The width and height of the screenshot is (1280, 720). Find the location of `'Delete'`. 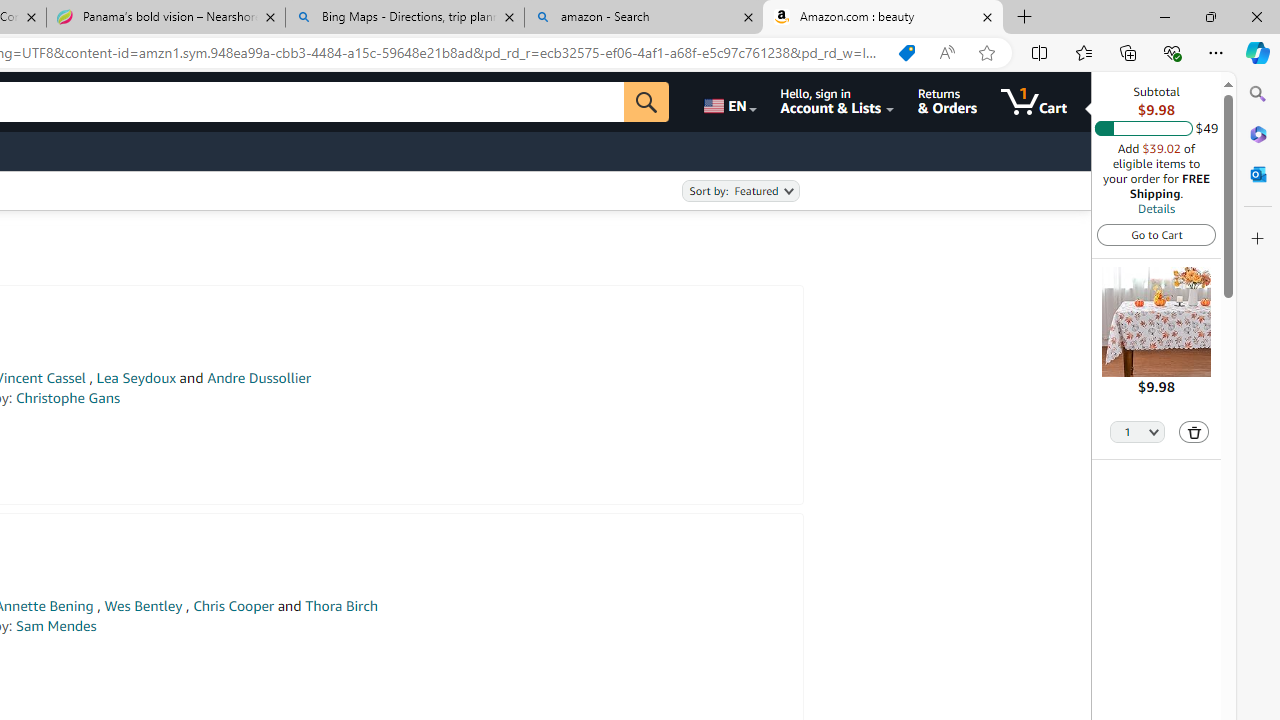

'Delete' is located at coordinates (1194, 431).